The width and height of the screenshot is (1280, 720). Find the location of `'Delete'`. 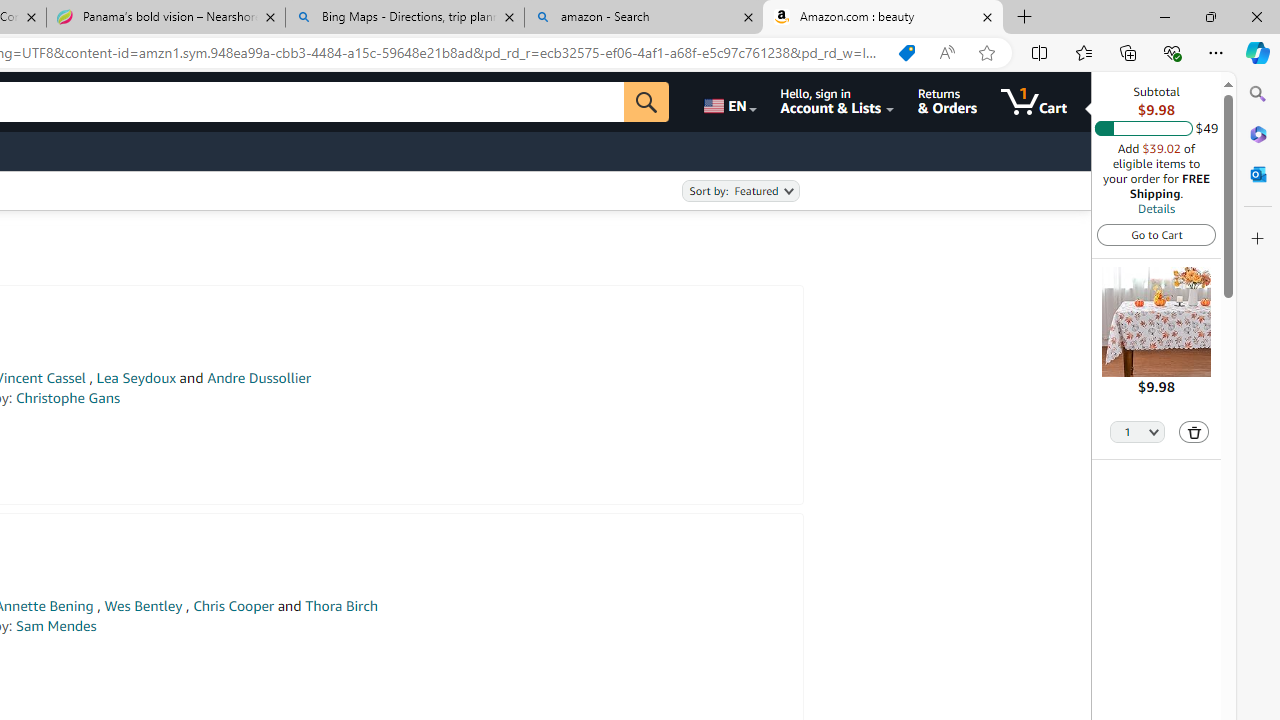

'Delete' is located at coordinates (1194, 431).